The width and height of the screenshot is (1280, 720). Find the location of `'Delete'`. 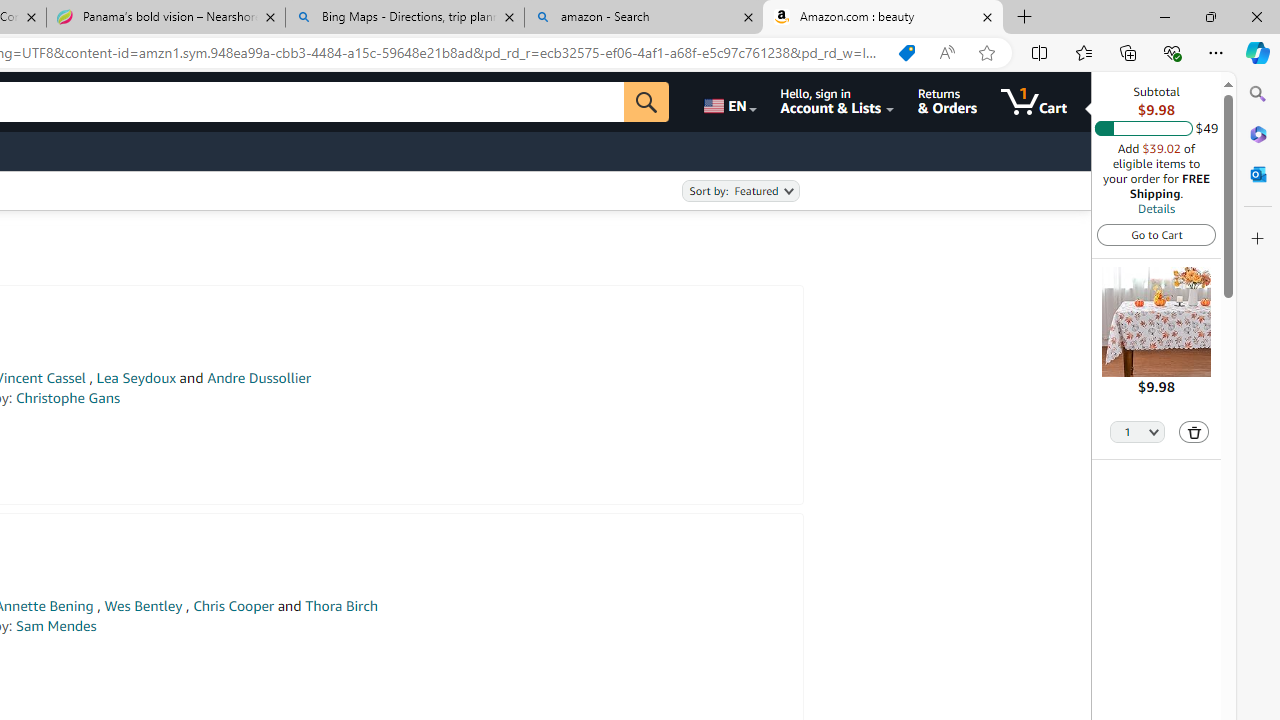

'Delete' is located at coordinates (1194, 431).